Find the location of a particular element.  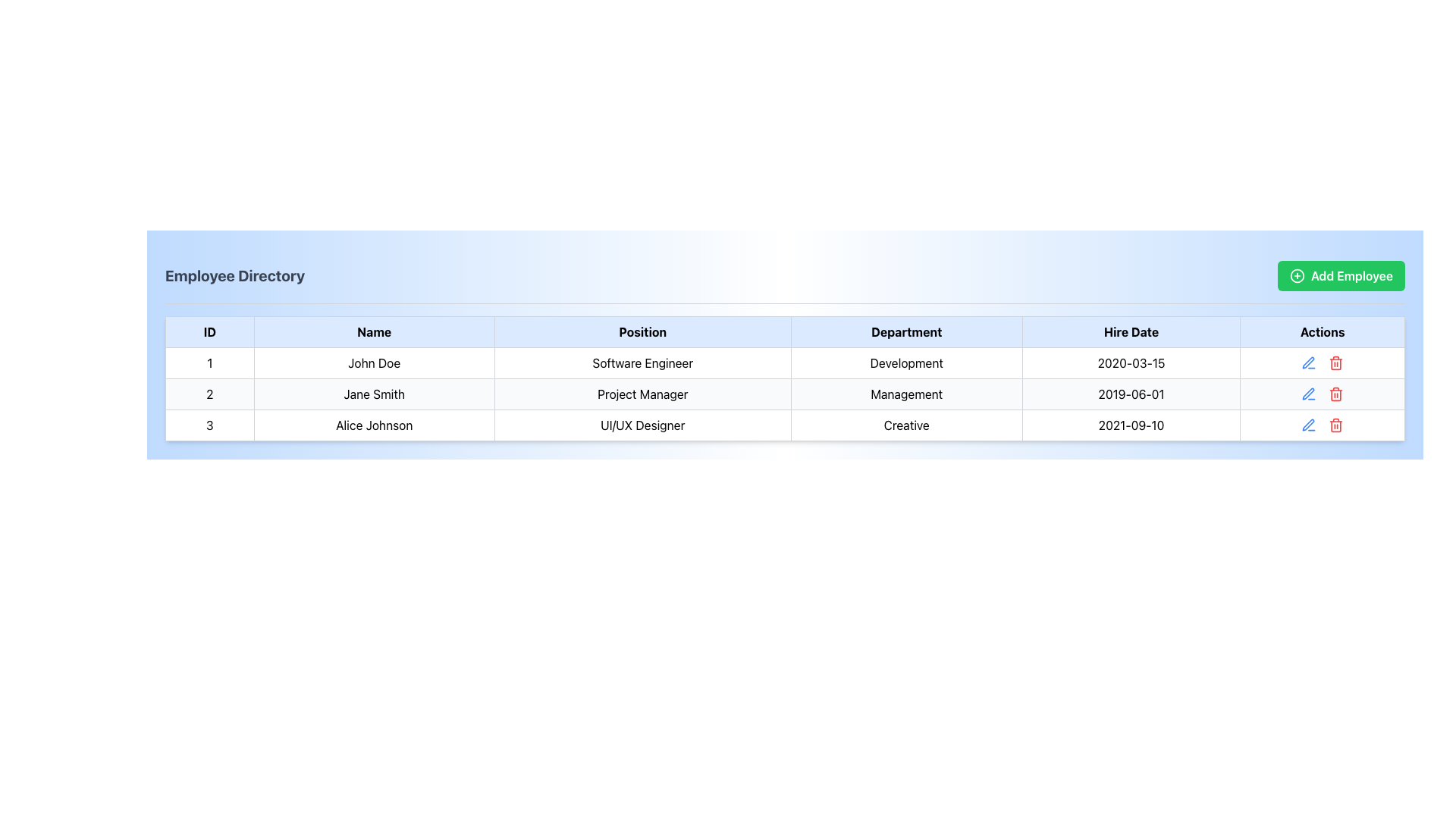

the static text cell displaying the department name for the employee entry labeled 'Alice Johnson' in the fourth column of the third row of the table is located at coordinates (906, 425).